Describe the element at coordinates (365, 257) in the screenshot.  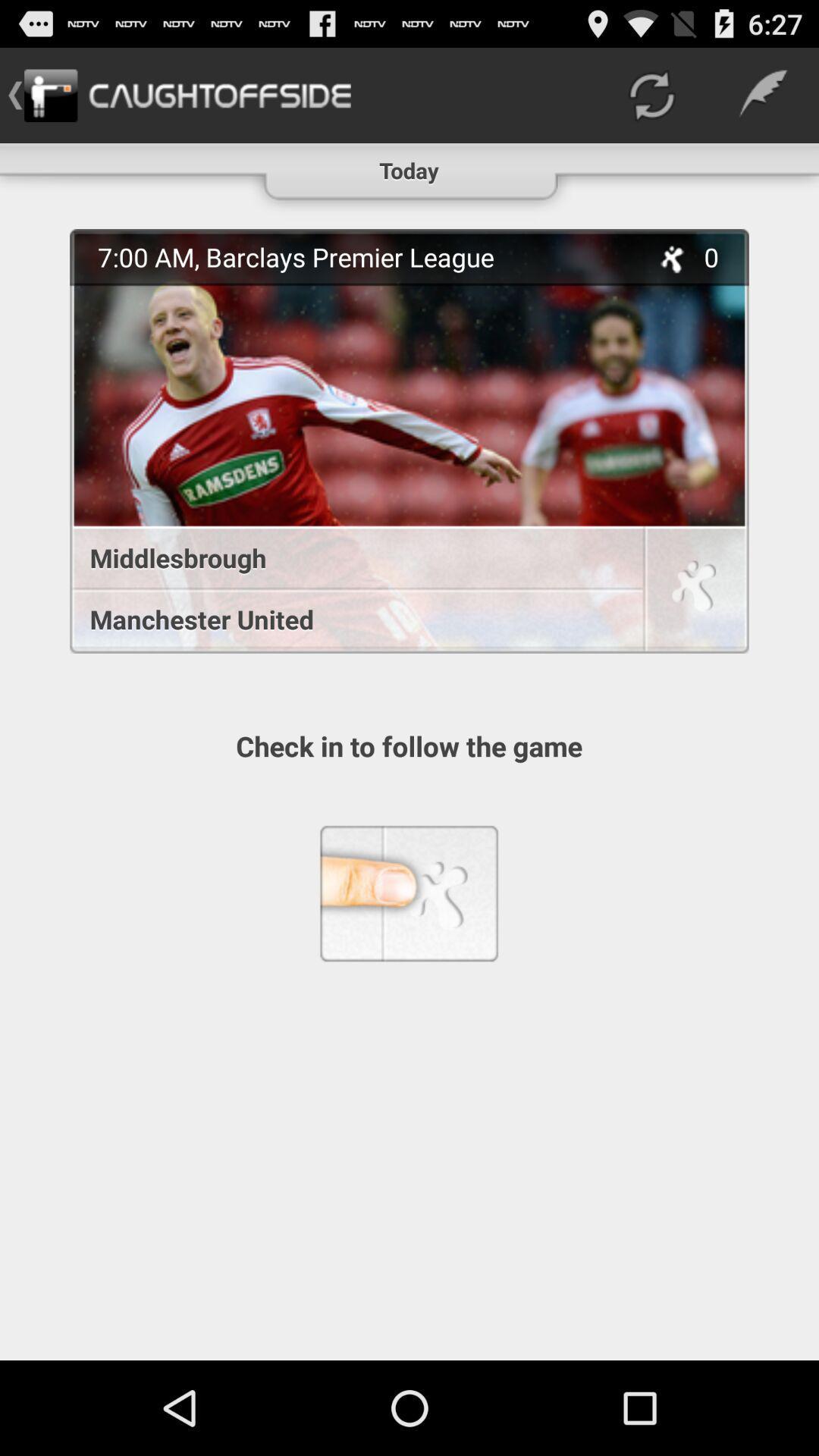
I see `the 7 00 am item` at that location.